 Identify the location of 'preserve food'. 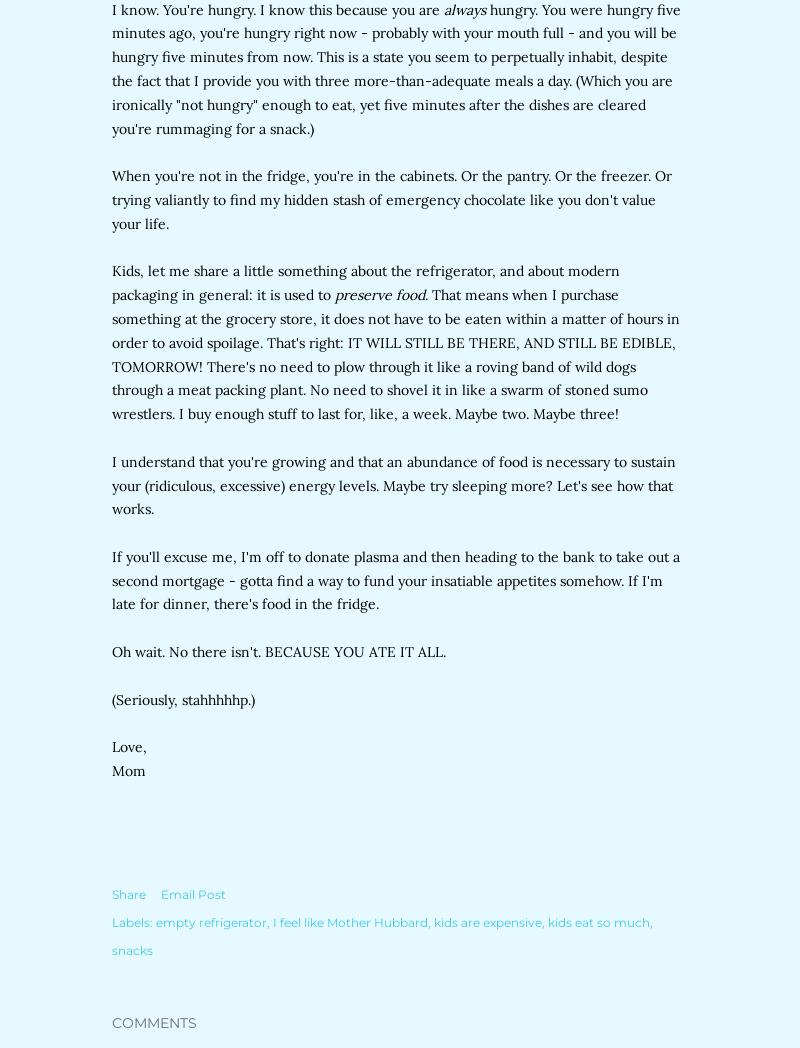
(335, 294).